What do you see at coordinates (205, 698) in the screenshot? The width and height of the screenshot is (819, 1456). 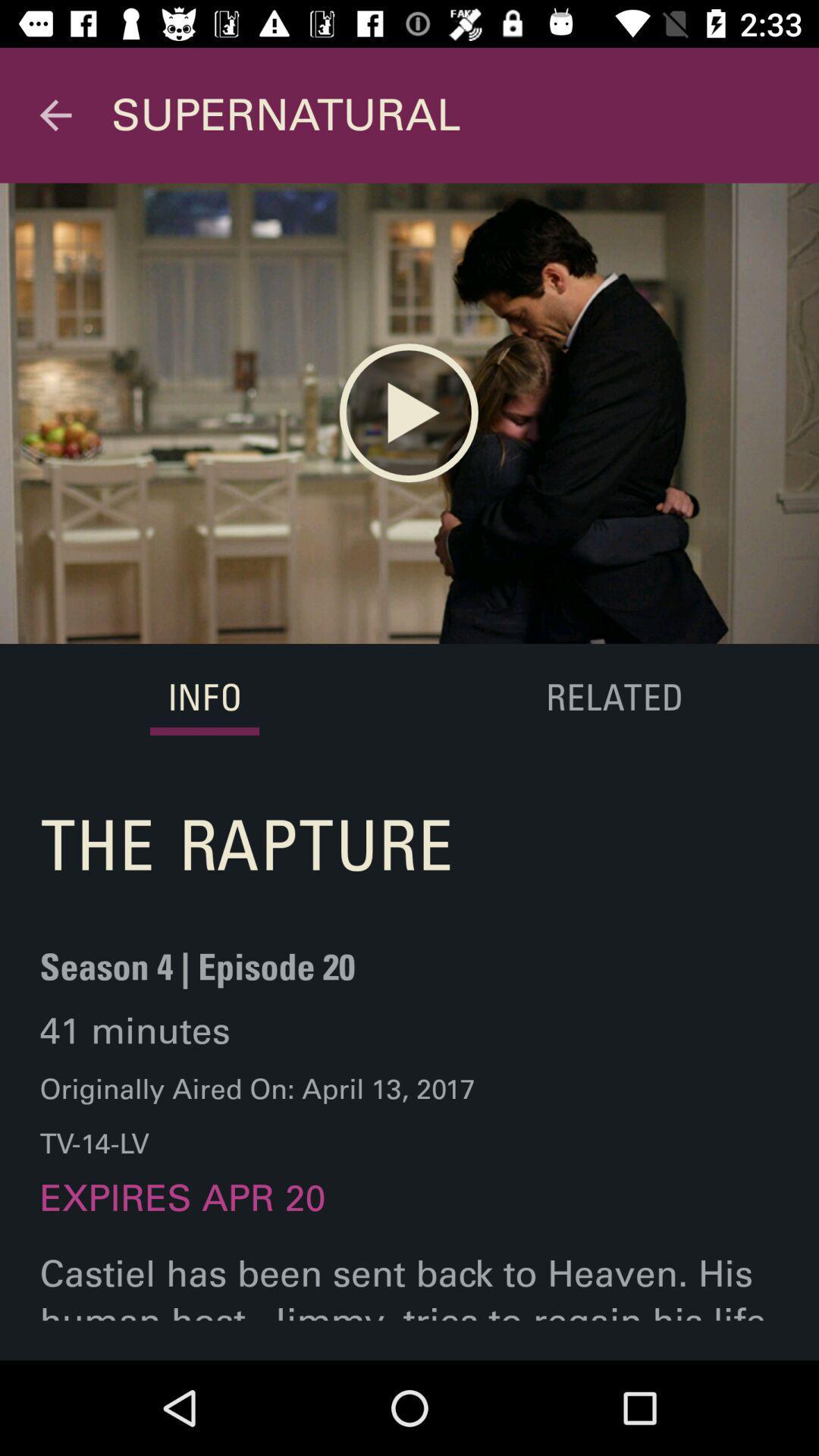 I see `icon next to related icon` at bounding box center [205, 698].